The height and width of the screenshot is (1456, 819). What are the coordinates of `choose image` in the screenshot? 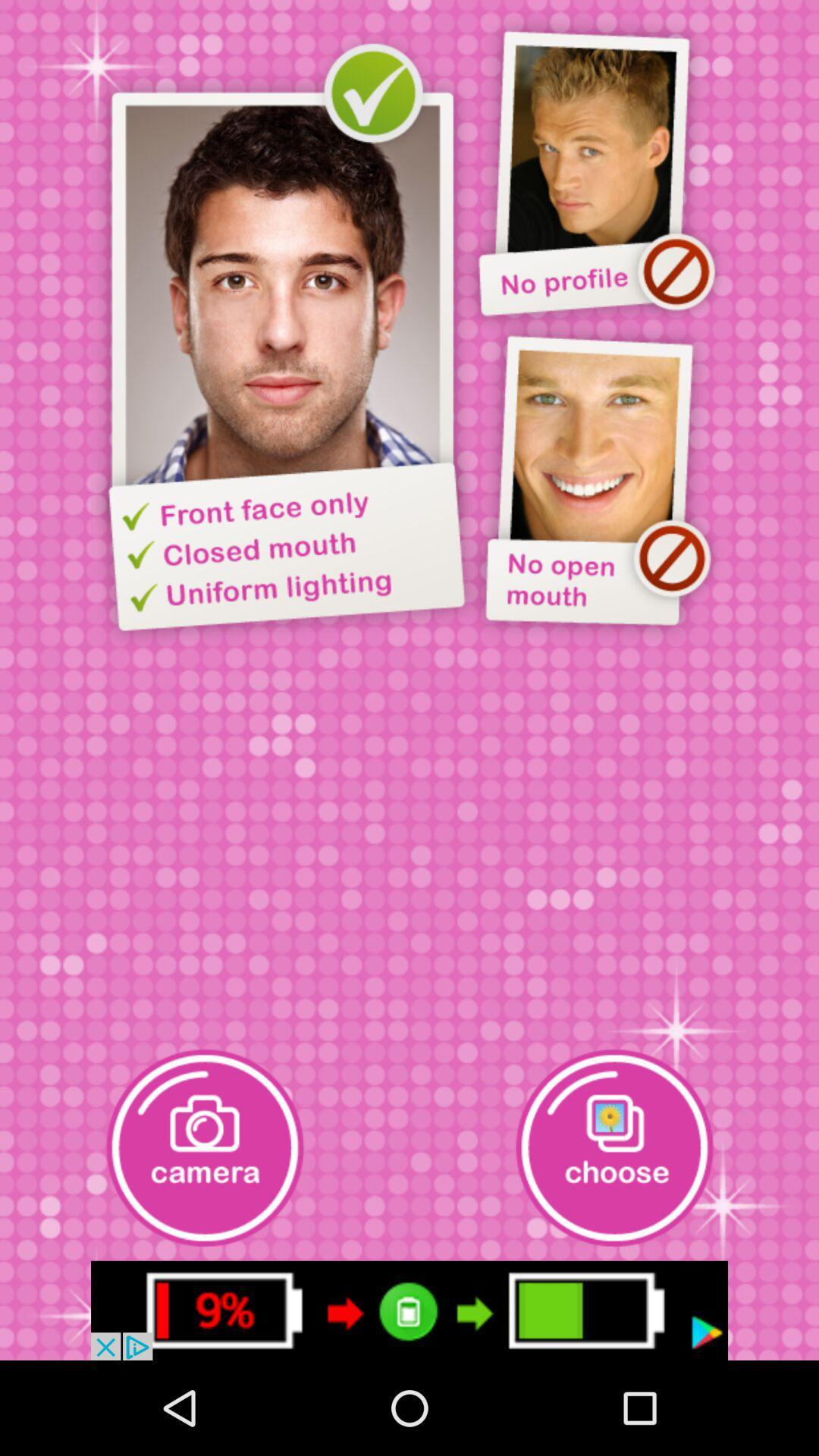 It's located at (614, 1147).